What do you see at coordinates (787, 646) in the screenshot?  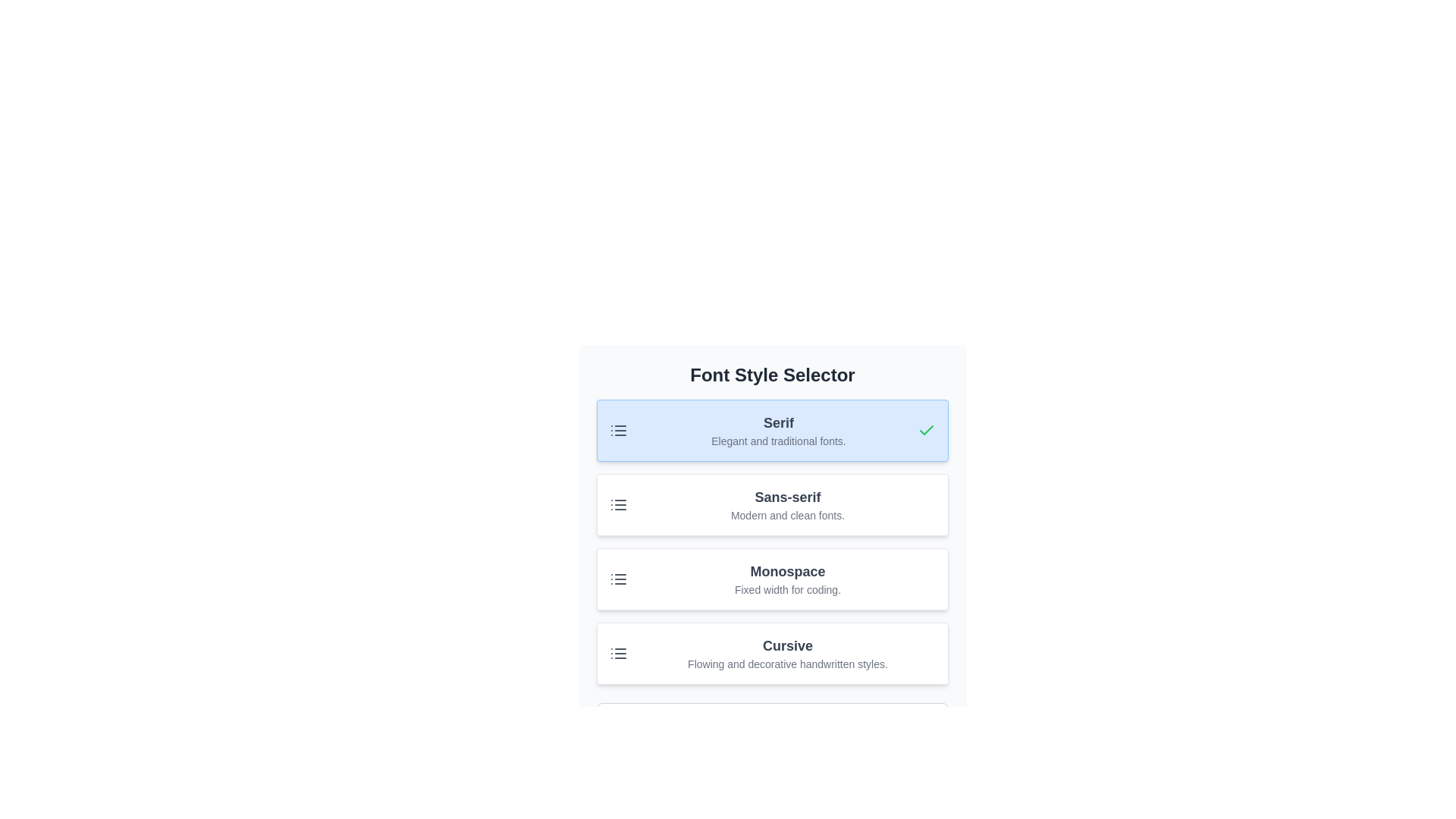 I see `text of the 'Cursive' font style label located at the top of the 'Cursive' option block in the font style selector interface` at bounding box center [787, 646].